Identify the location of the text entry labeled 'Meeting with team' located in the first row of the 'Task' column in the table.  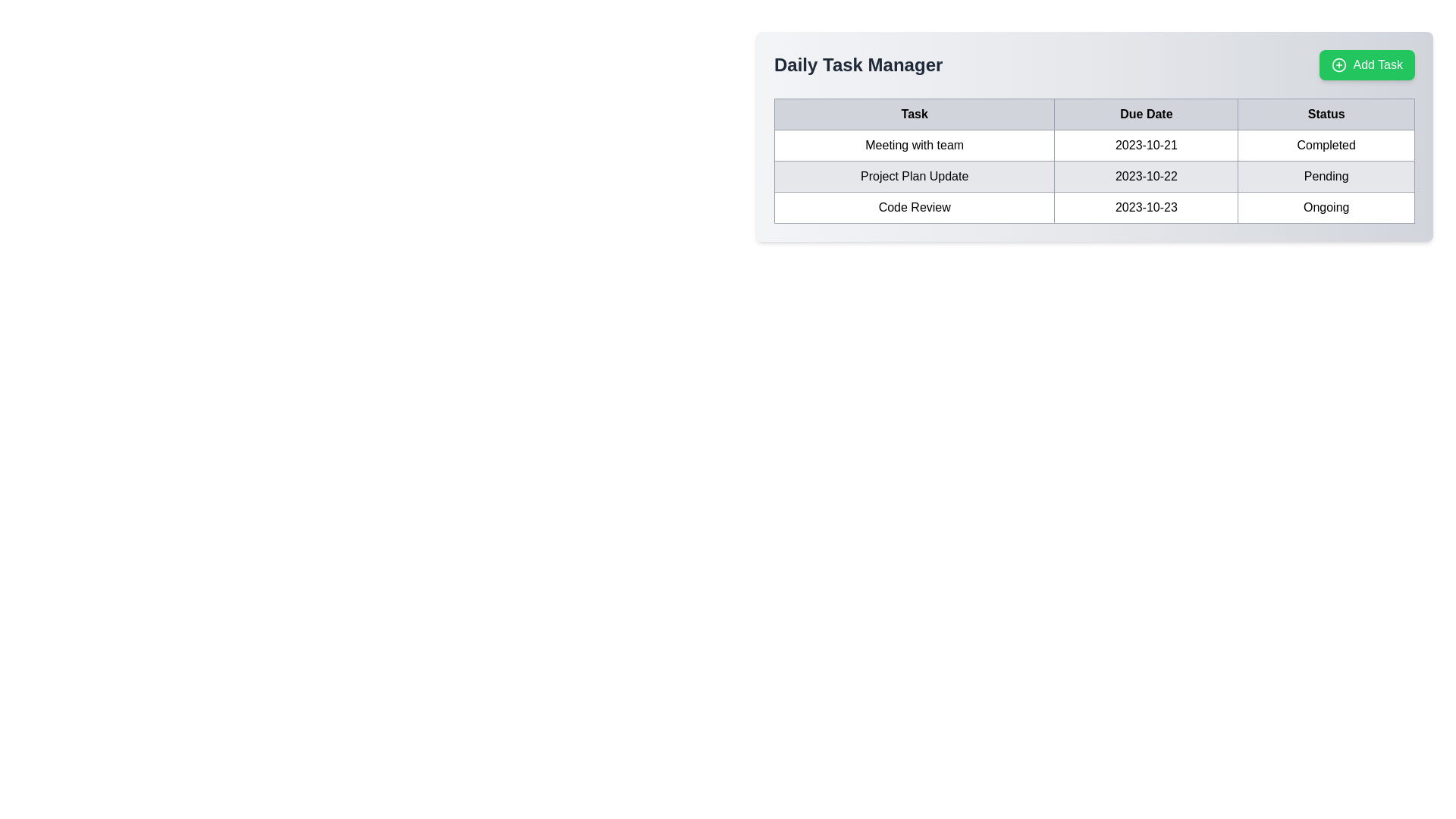
(914, 146).